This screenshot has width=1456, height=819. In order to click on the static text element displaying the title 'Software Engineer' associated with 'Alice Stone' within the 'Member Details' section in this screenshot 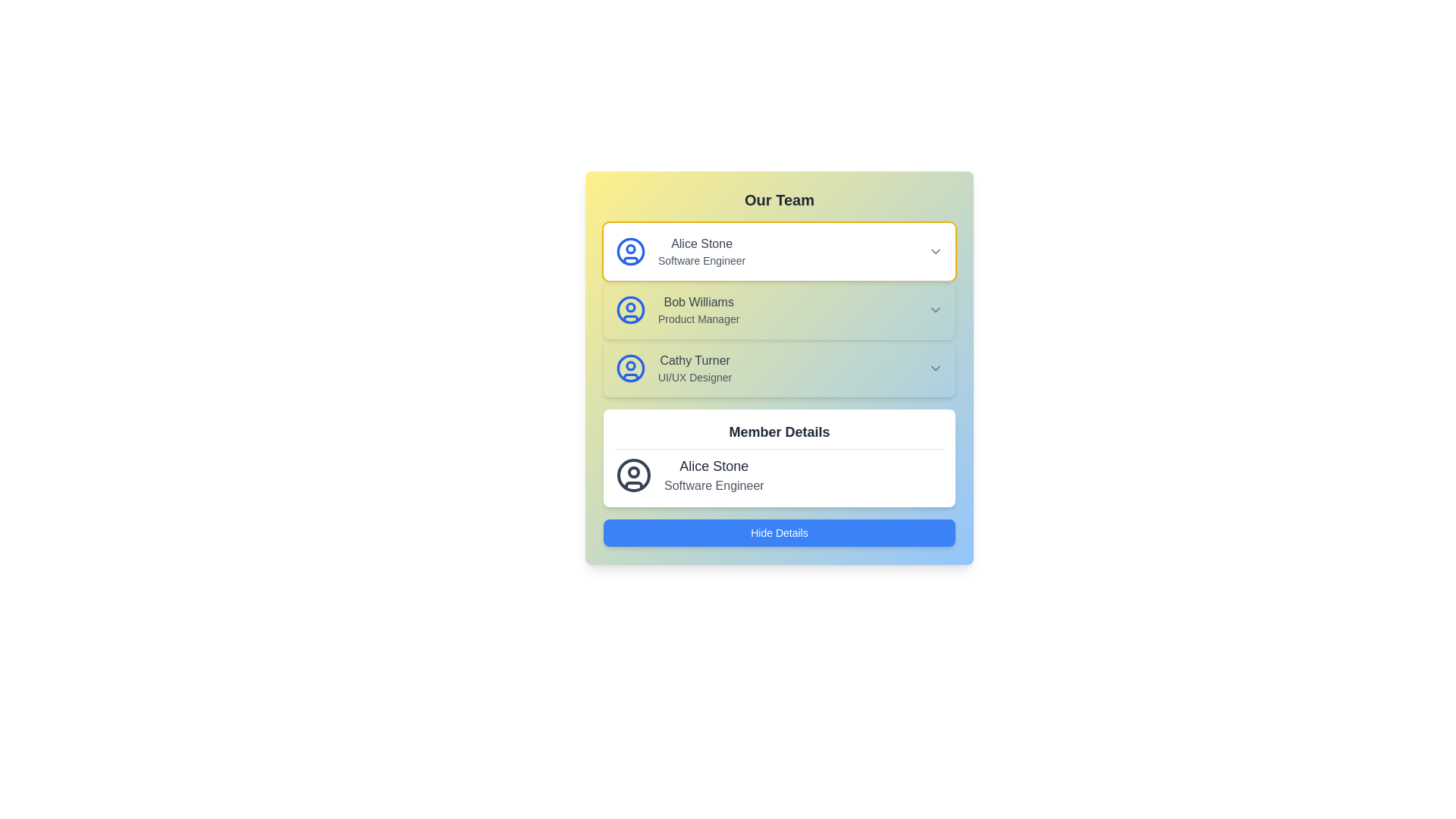, I will do `click(713, 485)`.